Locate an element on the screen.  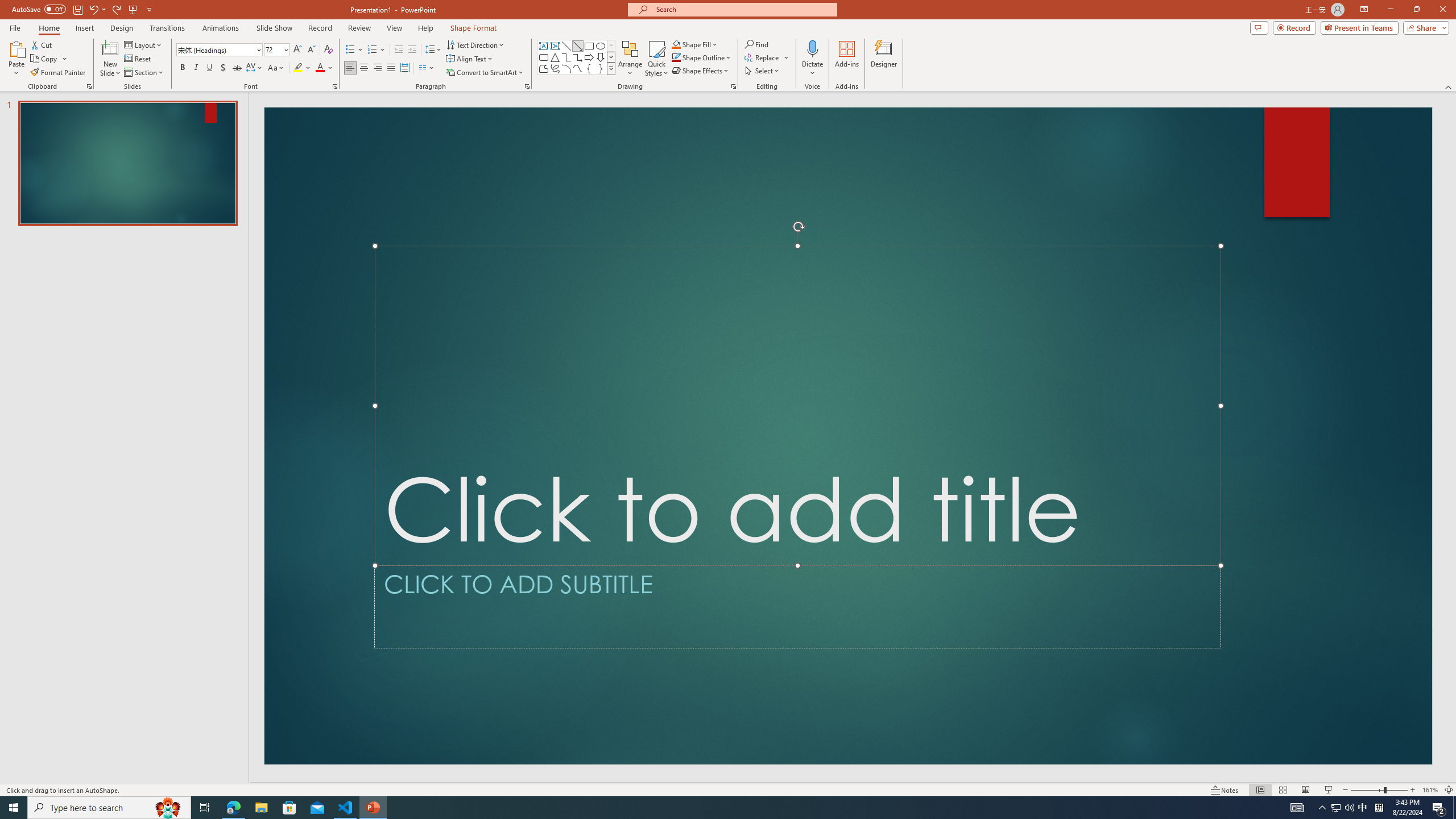
'Quick Styles' is located at coordinates (656, 59).